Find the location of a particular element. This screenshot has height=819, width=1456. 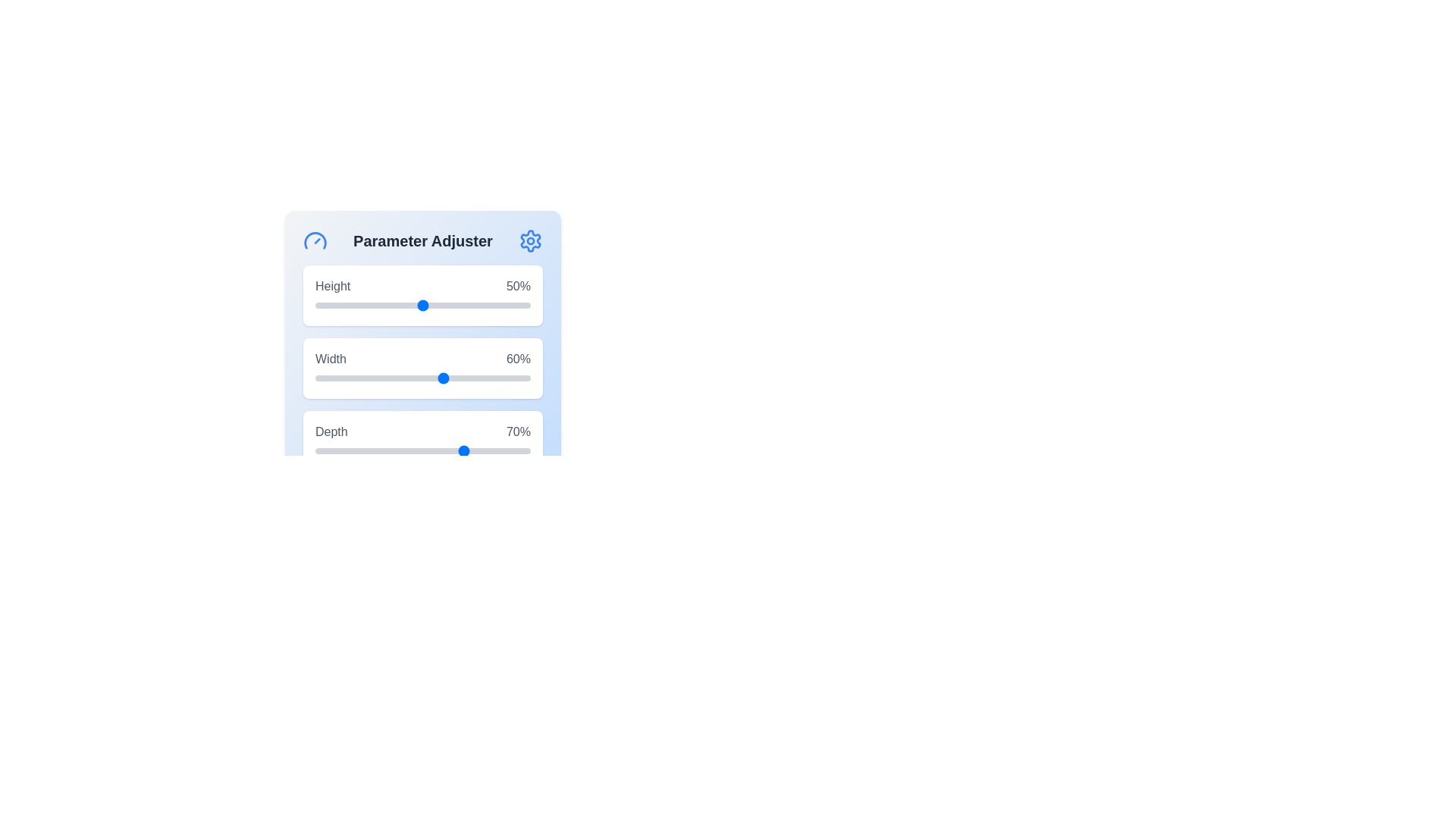

the 0 slider to 13% is located at coordinates (342, 305).